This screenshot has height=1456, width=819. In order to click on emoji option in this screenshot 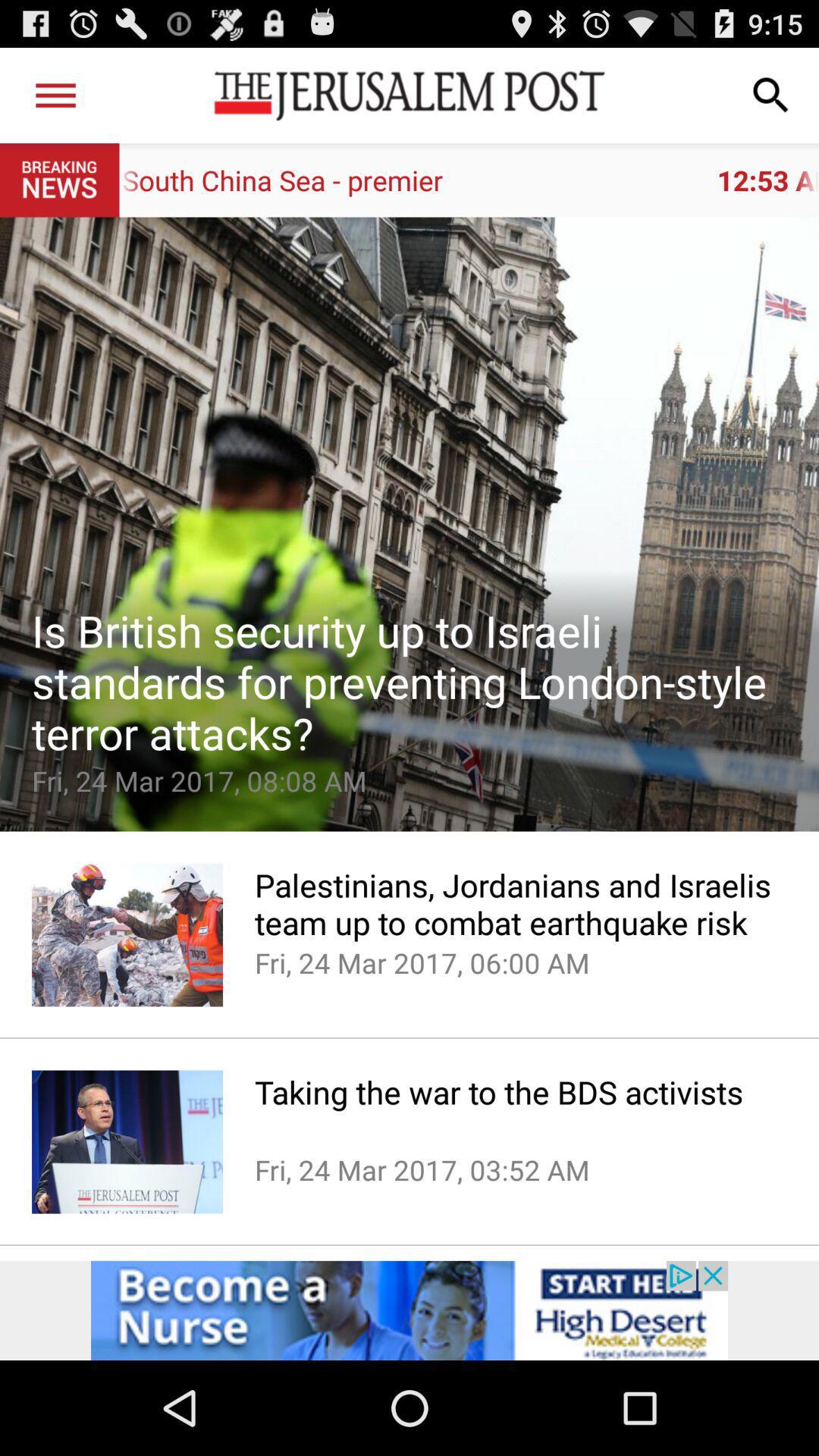, I will do `click(409, 524)`.